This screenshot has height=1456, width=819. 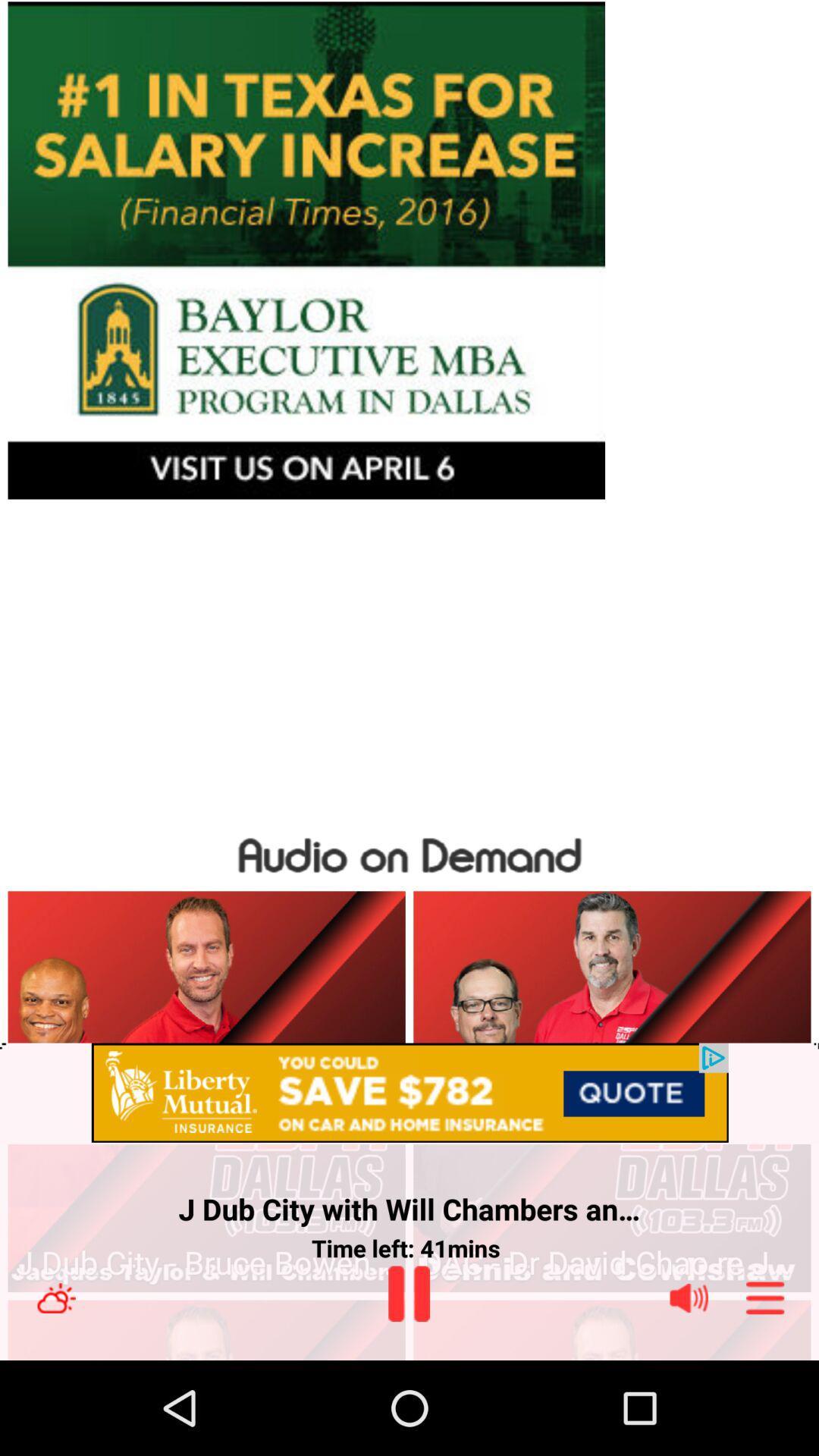 What do you see at coordinates (409, 1094) in the screenshot?
I see `this button indicates advertisements present in the program` at bounding box center [409, 1094].